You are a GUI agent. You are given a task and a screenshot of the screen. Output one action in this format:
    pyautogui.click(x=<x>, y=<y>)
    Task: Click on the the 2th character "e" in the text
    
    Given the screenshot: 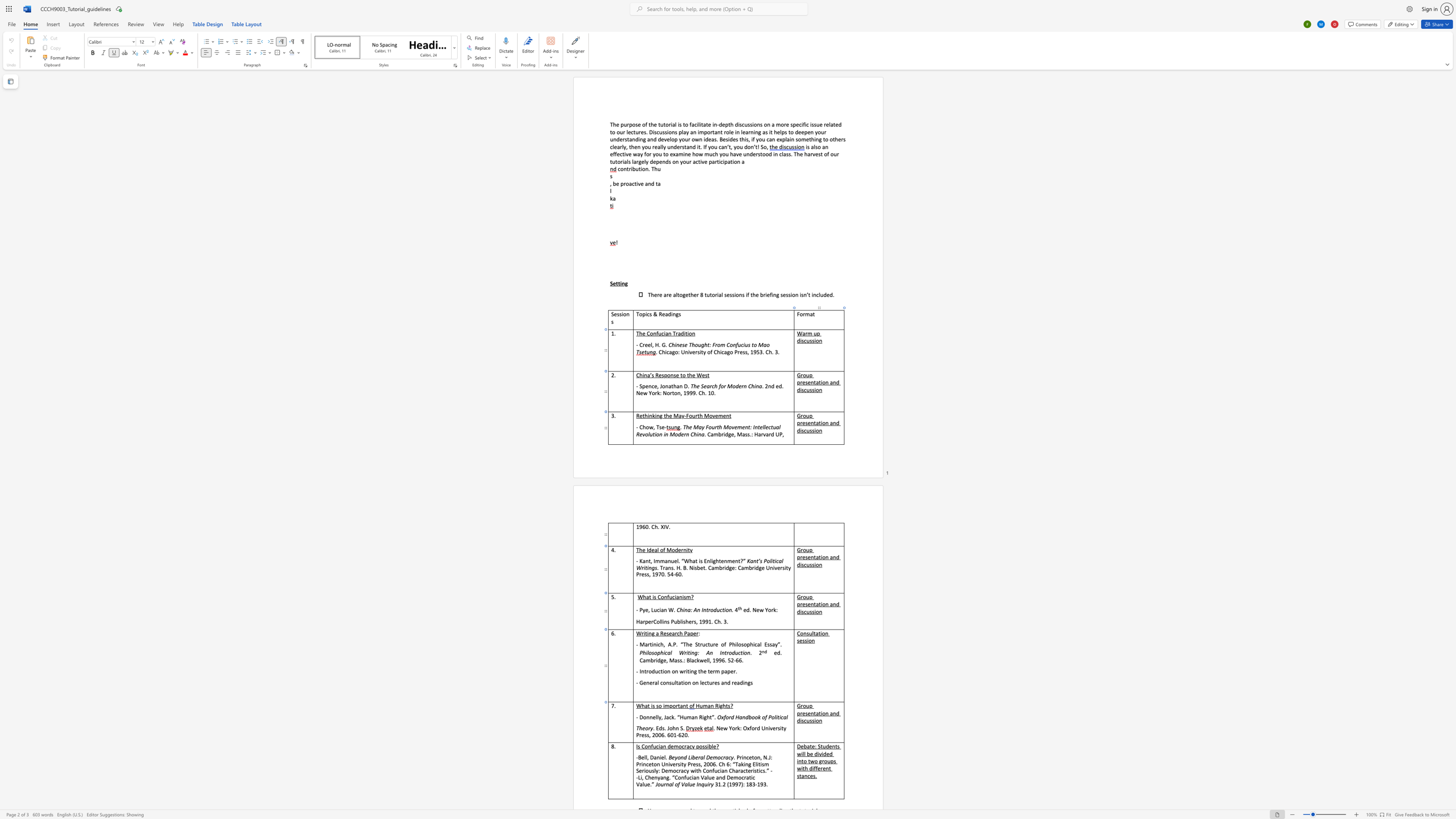 What is the action you would take?
    pyautogui.click(x=716, y=643)
    